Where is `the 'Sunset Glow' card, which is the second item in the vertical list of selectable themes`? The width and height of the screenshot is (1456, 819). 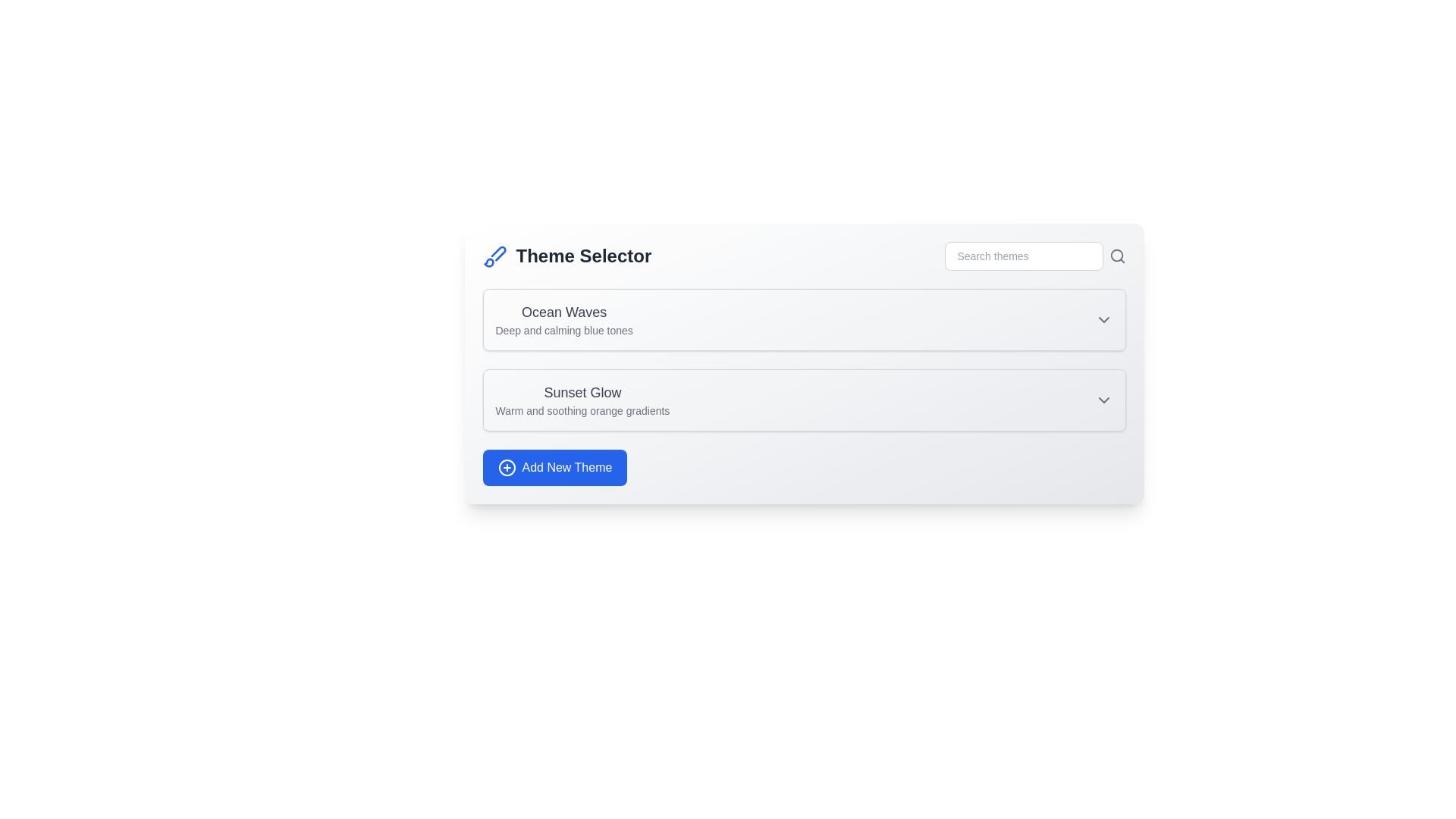 the 'Sunset Glow' card, which is the second item in the vertical list of selectable themes is located at coordinates (803, 400).